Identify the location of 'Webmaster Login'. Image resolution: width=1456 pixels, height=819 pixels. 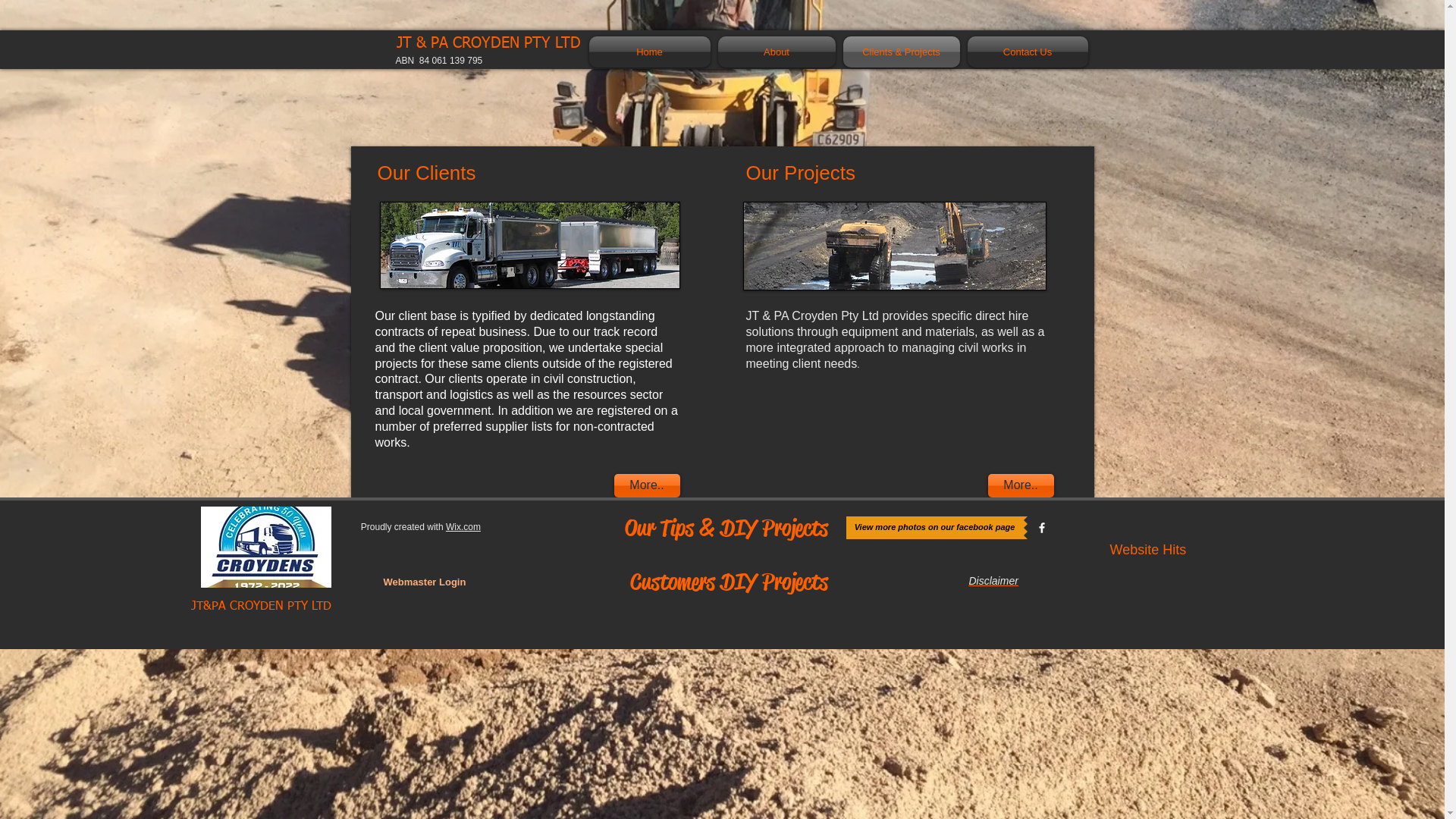
(424, 581).